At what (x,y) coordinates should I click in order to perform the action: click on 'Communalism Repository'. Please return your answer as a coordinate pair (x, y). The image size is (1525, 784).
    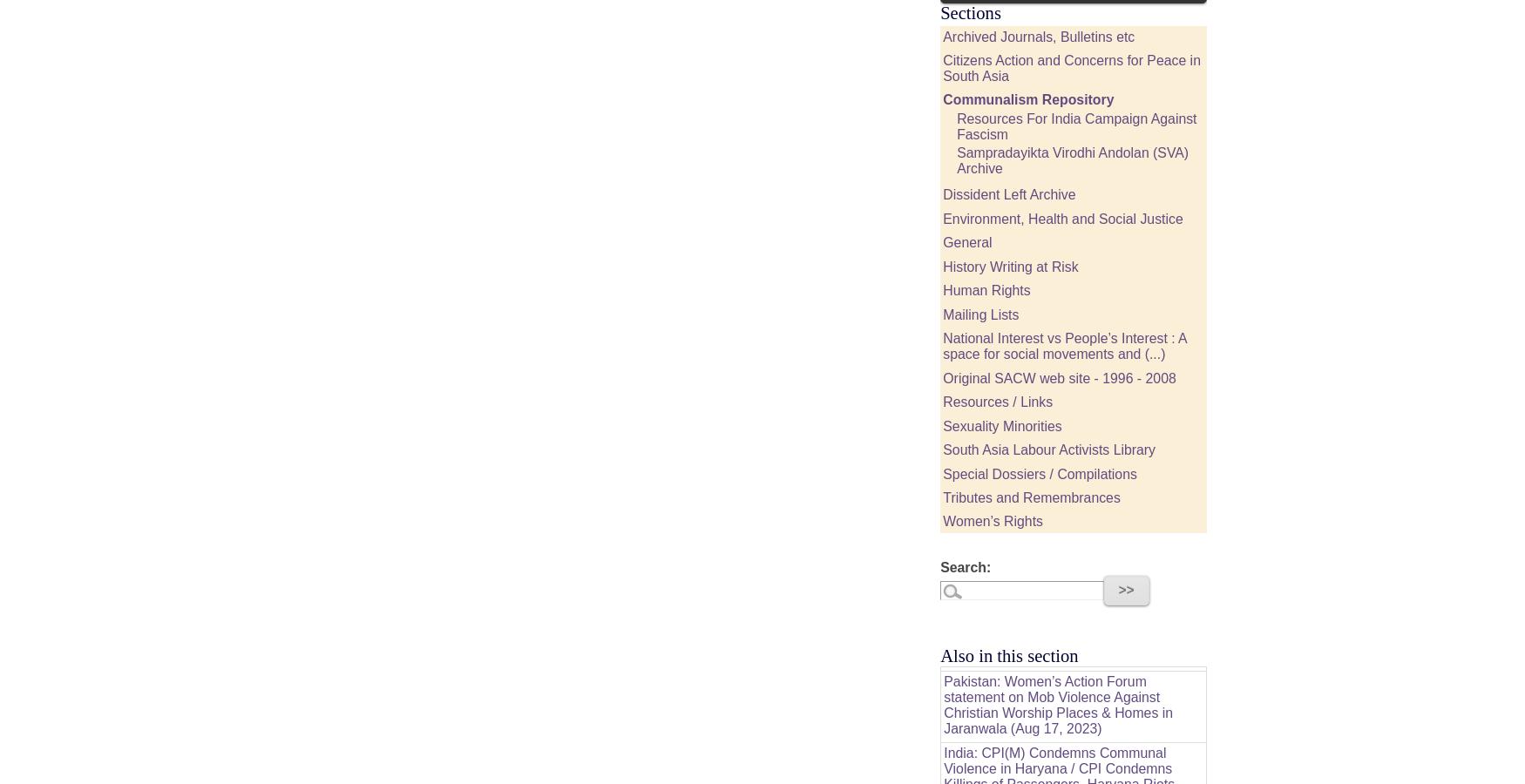
    Looking at the image, I should click on (1027, 99).